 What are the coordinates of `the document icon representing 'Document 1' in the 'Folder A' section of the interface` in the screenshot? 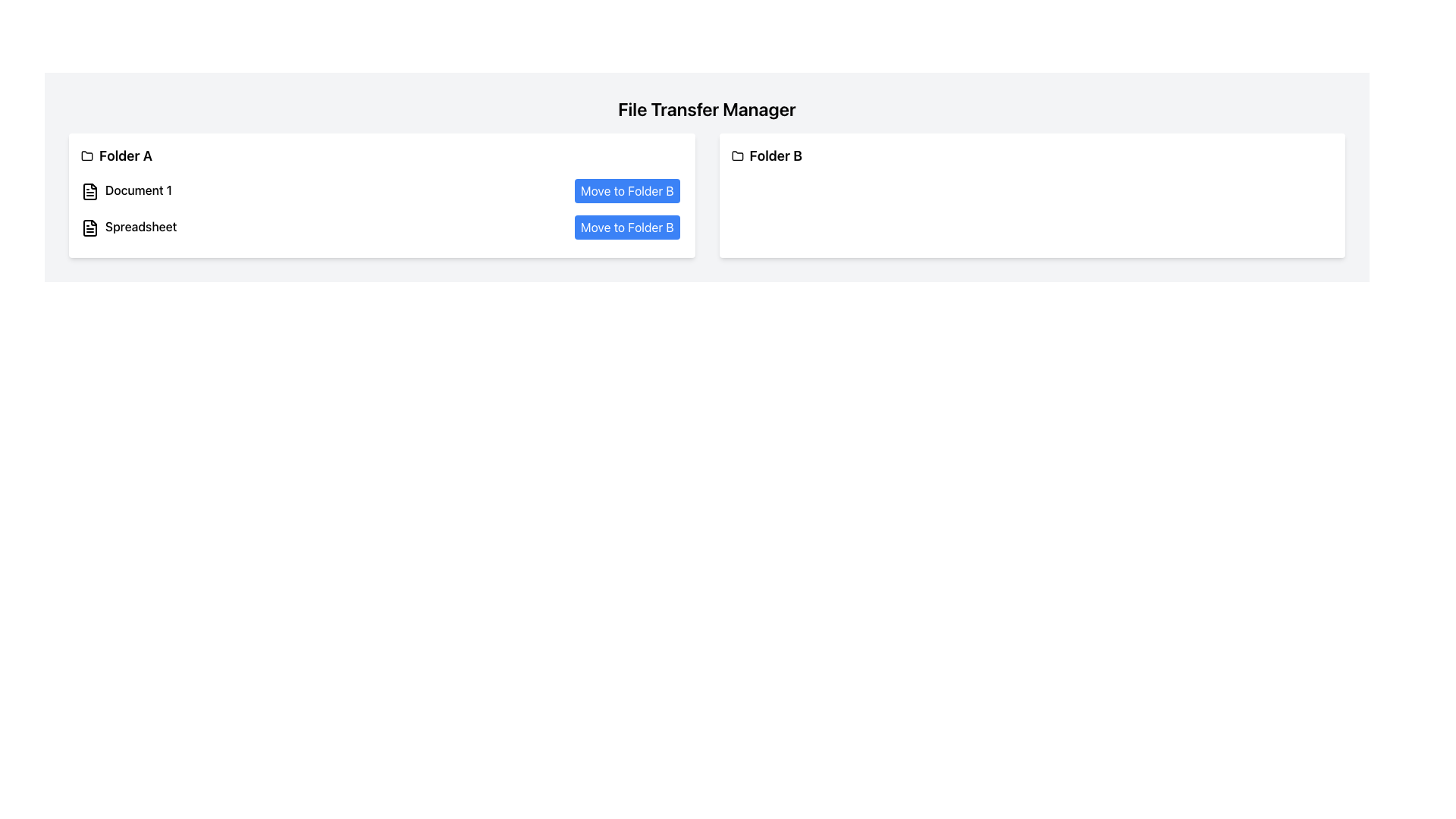 It's located at (89, 190).